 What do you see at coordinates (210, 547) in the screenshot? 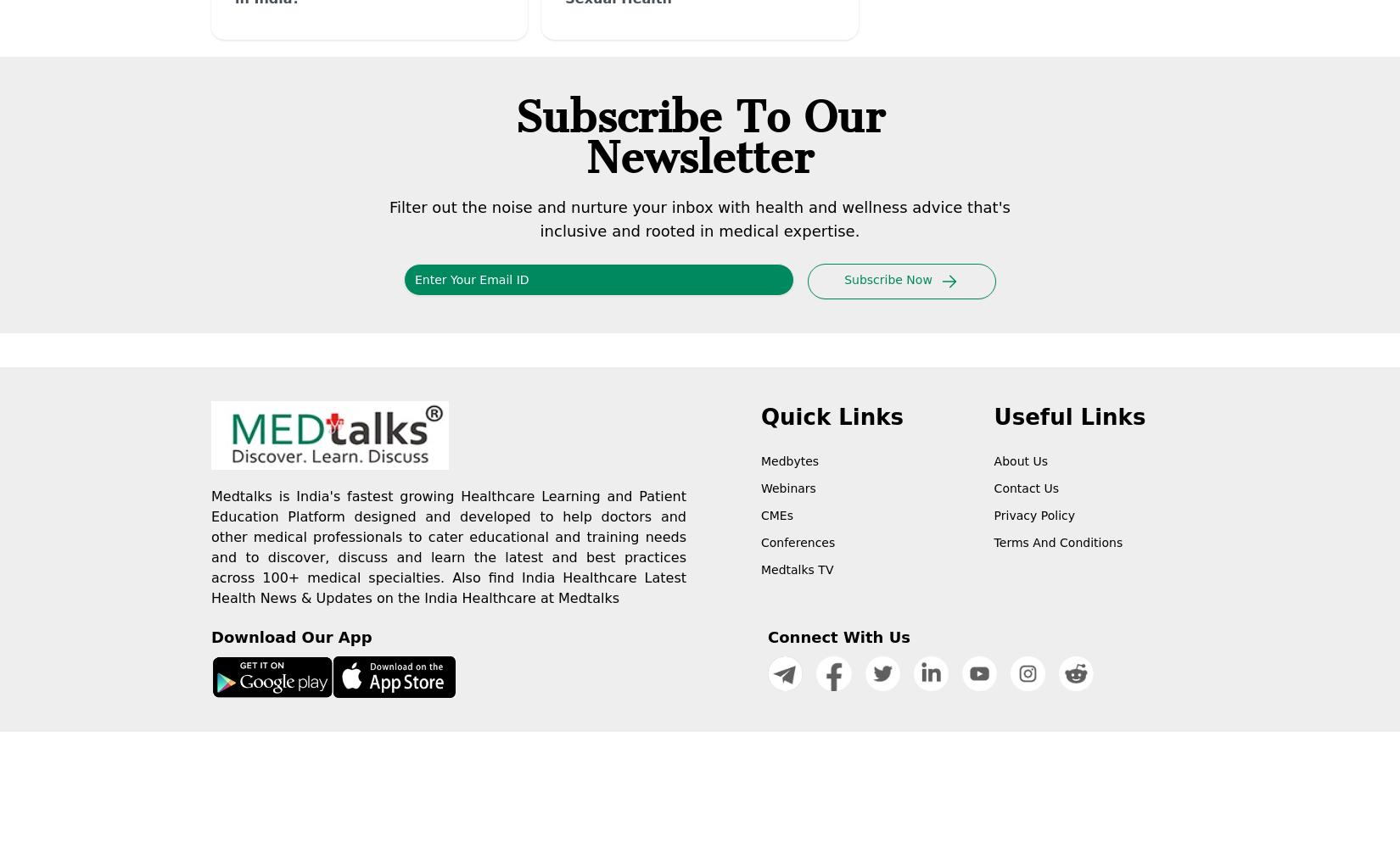
I see `'Medtalks is India's fastest growing Healthcare Learning and Patient Education Platform designed and developed to help doctors and other medical professionals to cater educational and training needs and to discover, discuss and learn the latest and best practices across 100+ medical specialties. Also find India Healthcare Latest Health News & Updates on the India Healthcare at Medtalks'` at bounding box center [210, 547].